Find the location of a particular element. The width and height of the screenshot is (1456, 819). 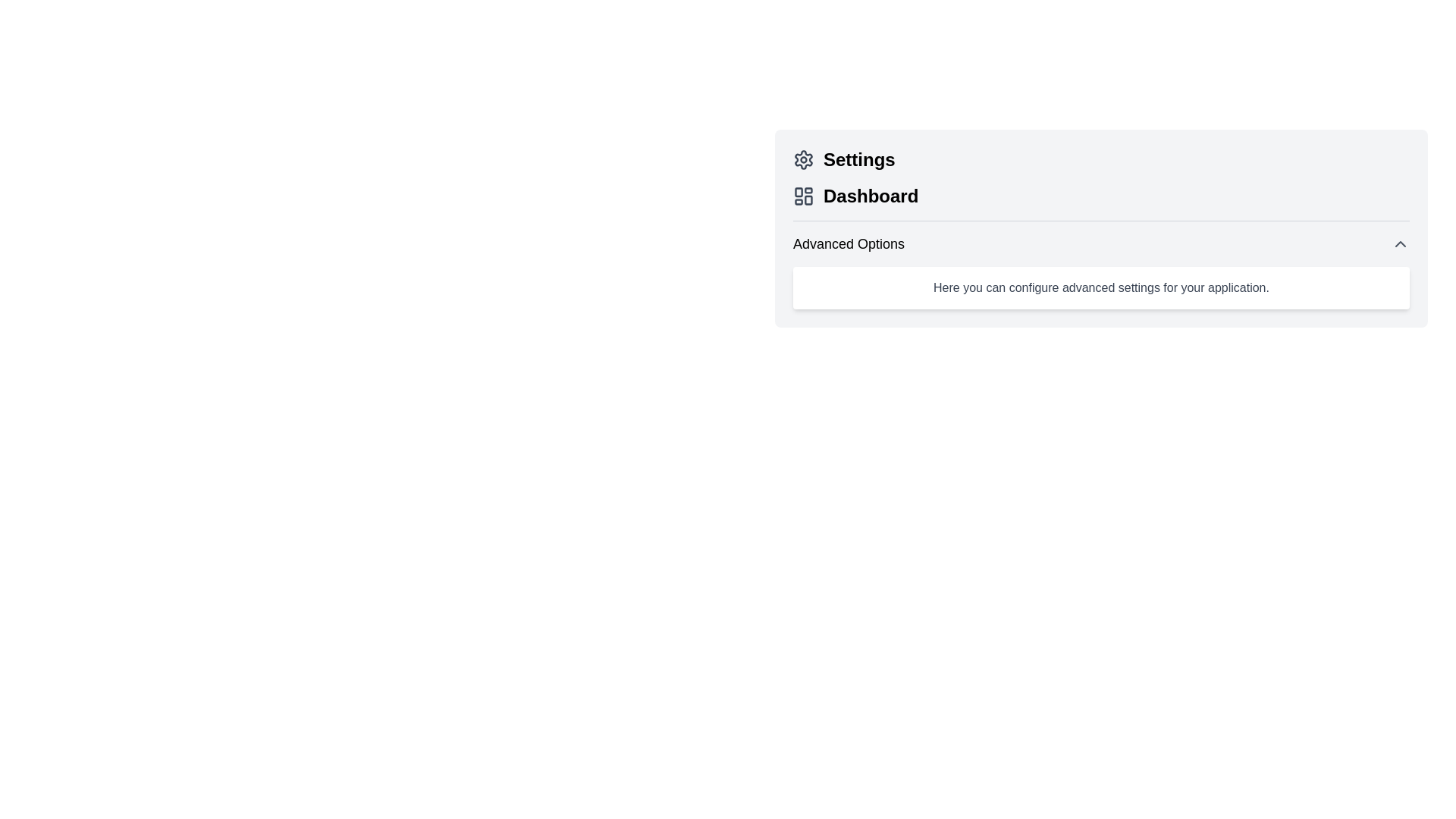

the top-left rectangle of the four-part grid icon, which visually represents the dashboard layout next to the 'Dashboard' section title is located at coordinates (798, 191).